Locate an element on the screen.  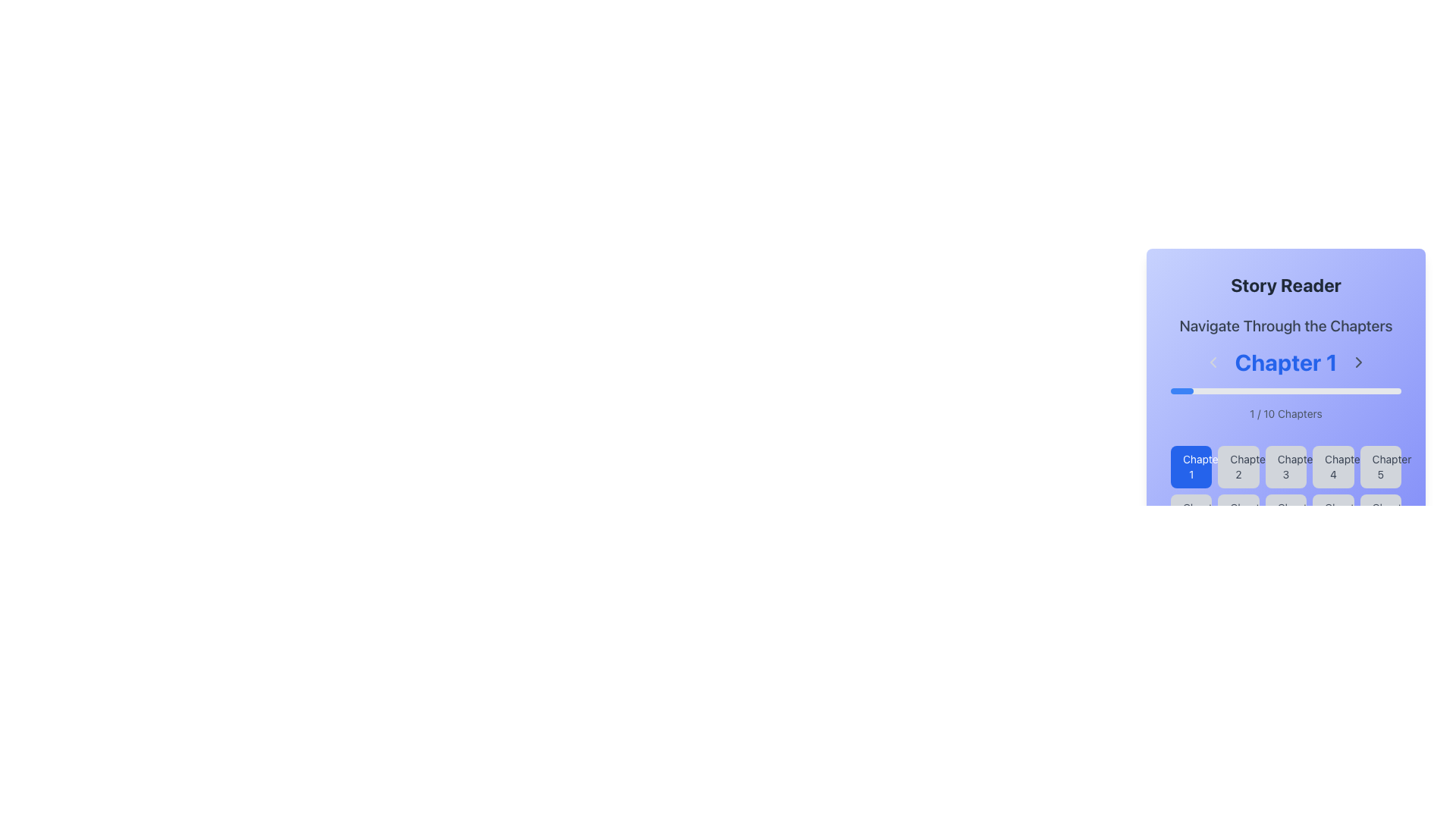
the progress bar located below 'Chapter 1' and above '1 / 10 Chapters', which visually represents progress is located at coordinates (1285, 391).